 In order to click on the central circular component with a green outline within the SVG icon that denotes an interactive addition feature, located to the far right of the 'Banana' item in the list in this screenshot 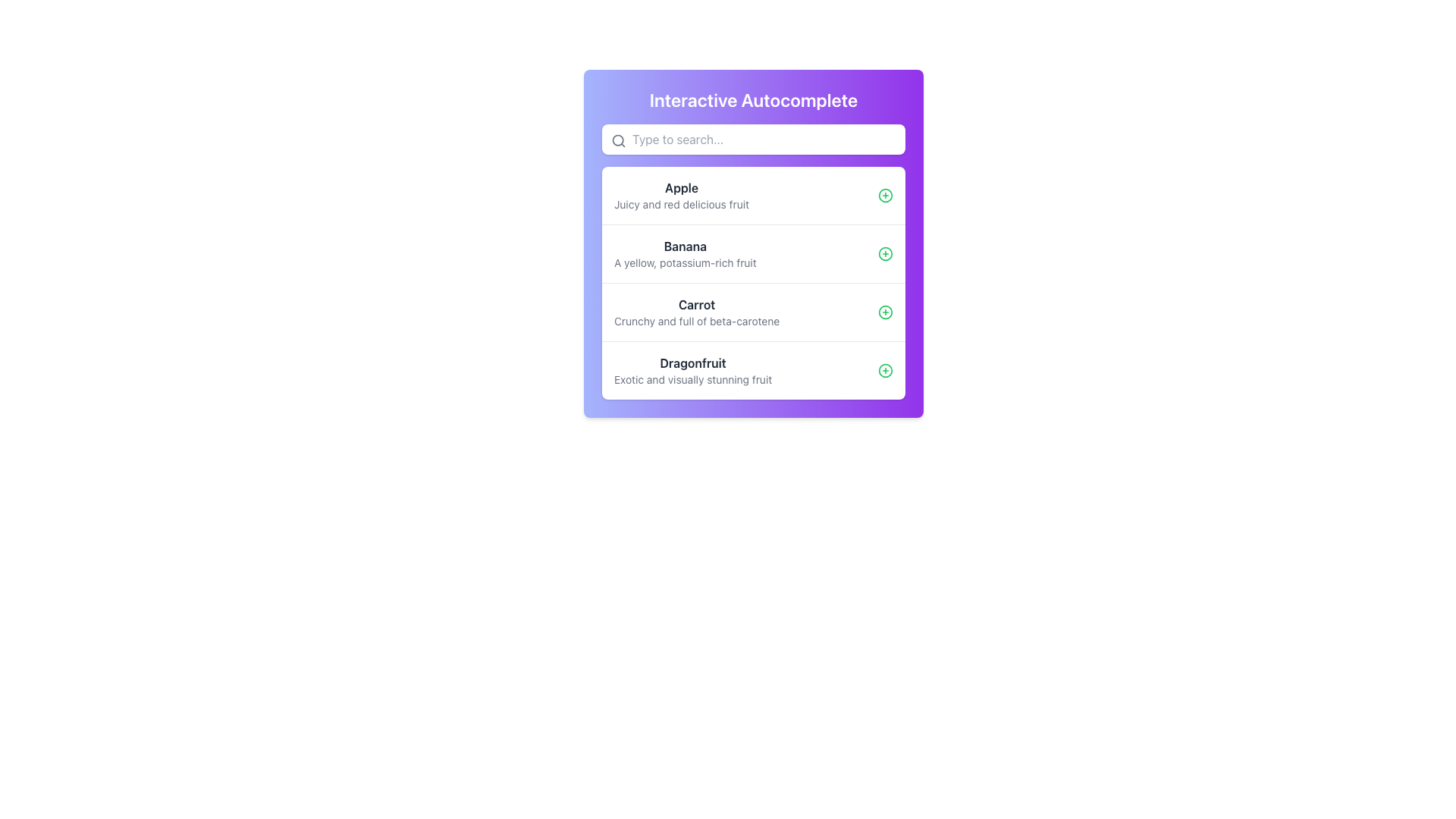, I will do `click(885, 371)`.